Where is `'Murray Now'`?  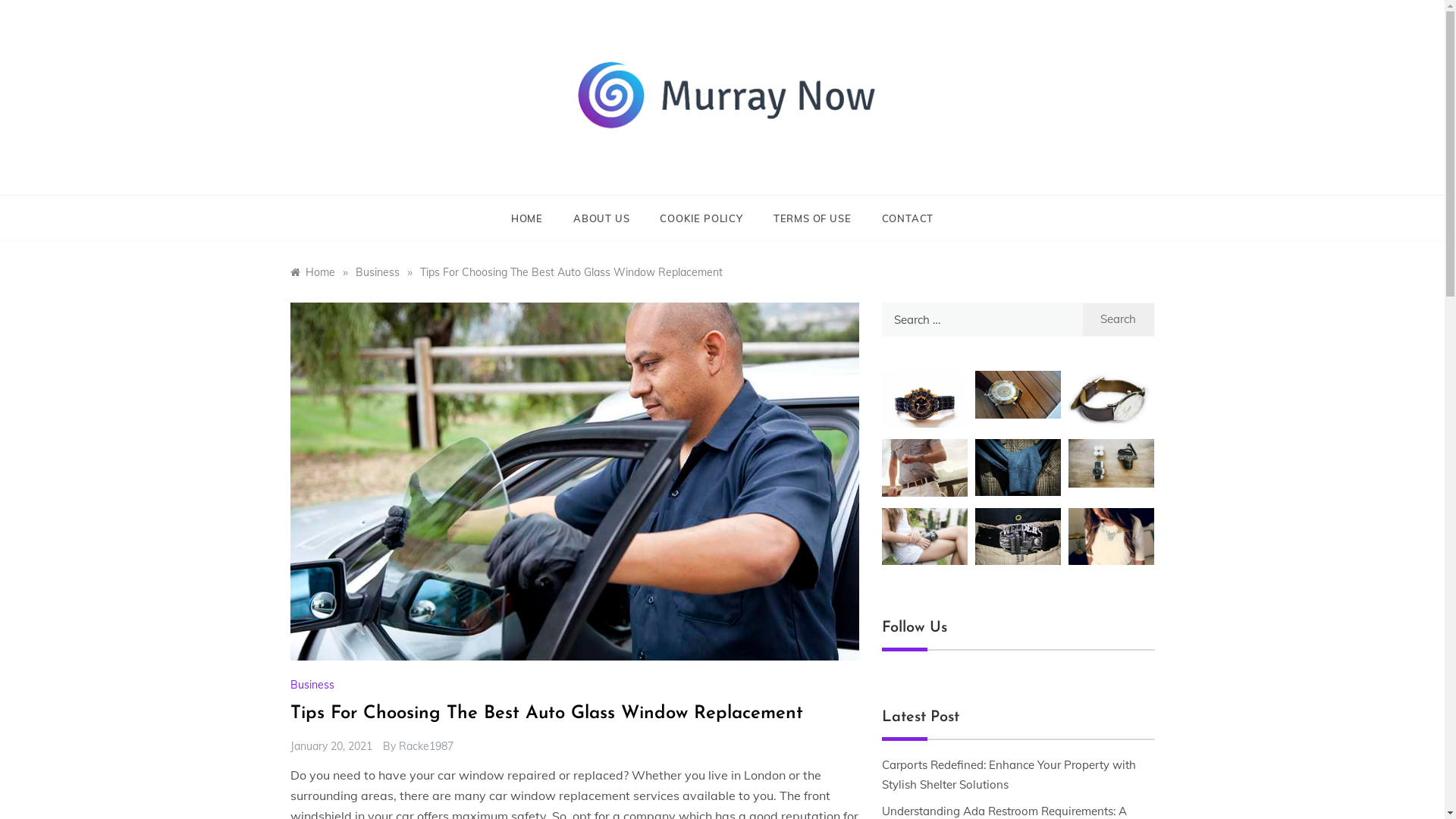
'Murray Now' is located at coordinates (662, 180).